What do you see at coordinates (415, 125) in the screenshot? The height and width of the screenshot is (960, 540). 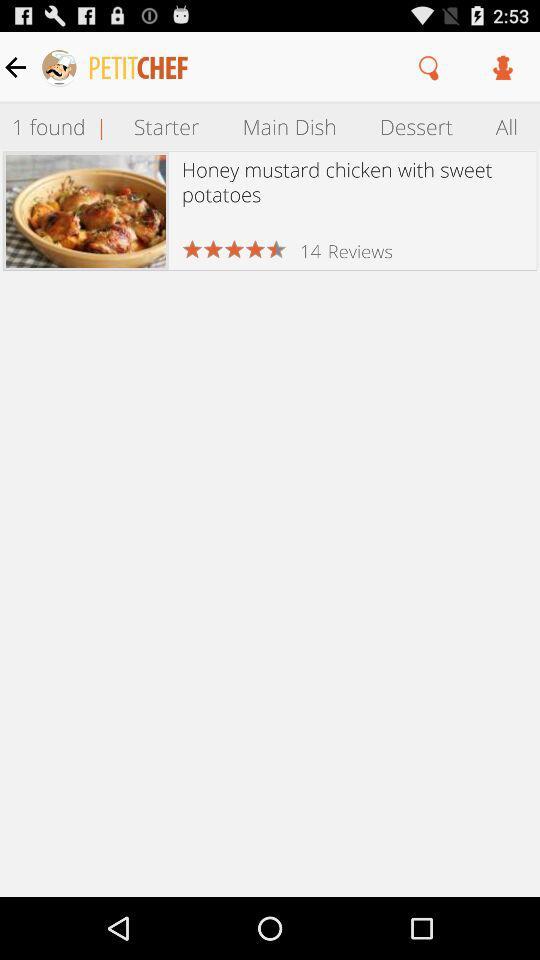 I see `icon next to the main dish icon` at bounding box center [415, 125].